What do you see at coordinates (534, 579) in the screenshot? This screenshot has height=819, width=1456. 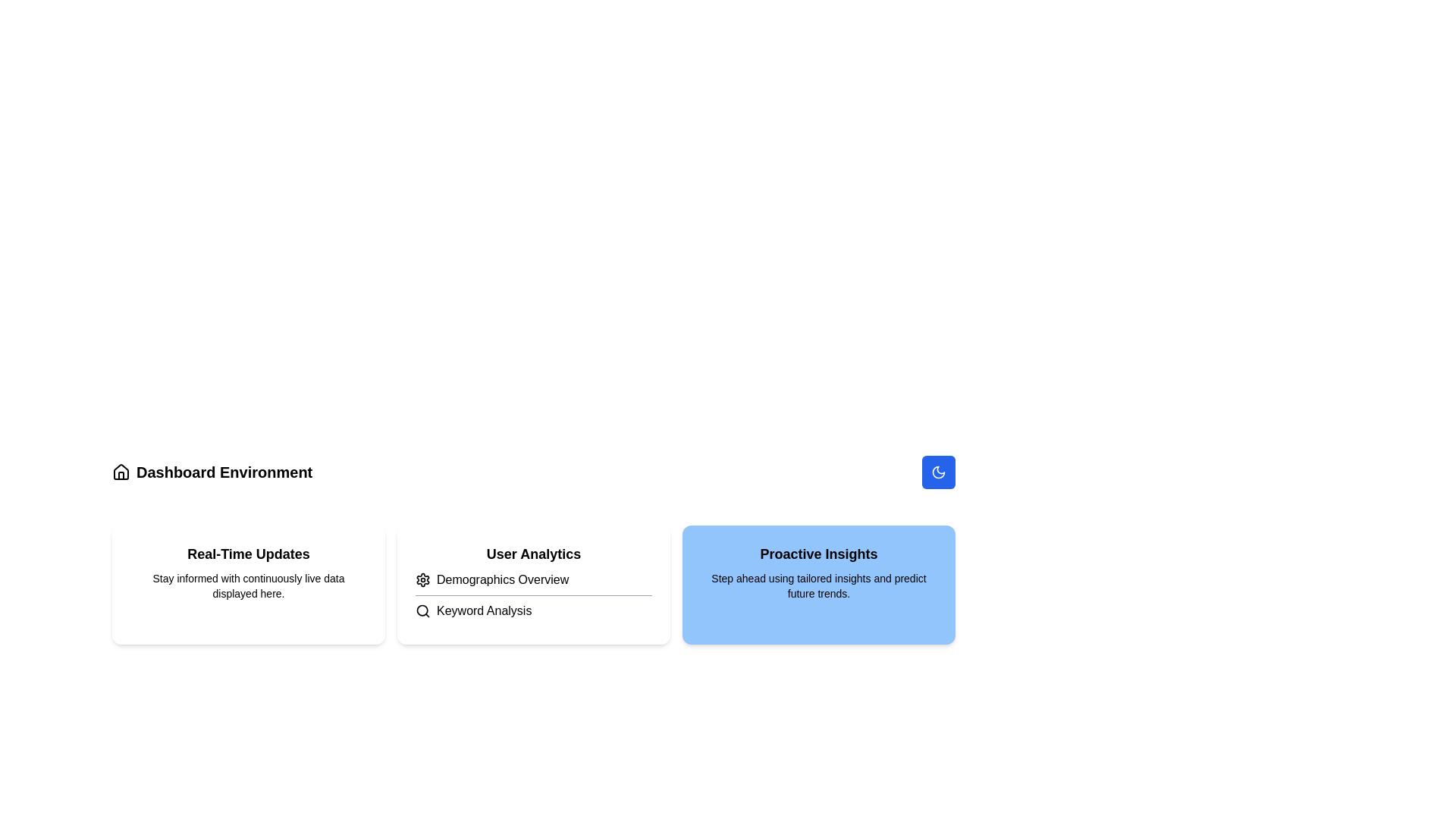 I see `the Text Label with Icon that leads to the demographic data analysis section, located in the User Analytics vertical list beneath Real-Time Updates and to the left of Proactive Insights` at bounding box center [534, 579].